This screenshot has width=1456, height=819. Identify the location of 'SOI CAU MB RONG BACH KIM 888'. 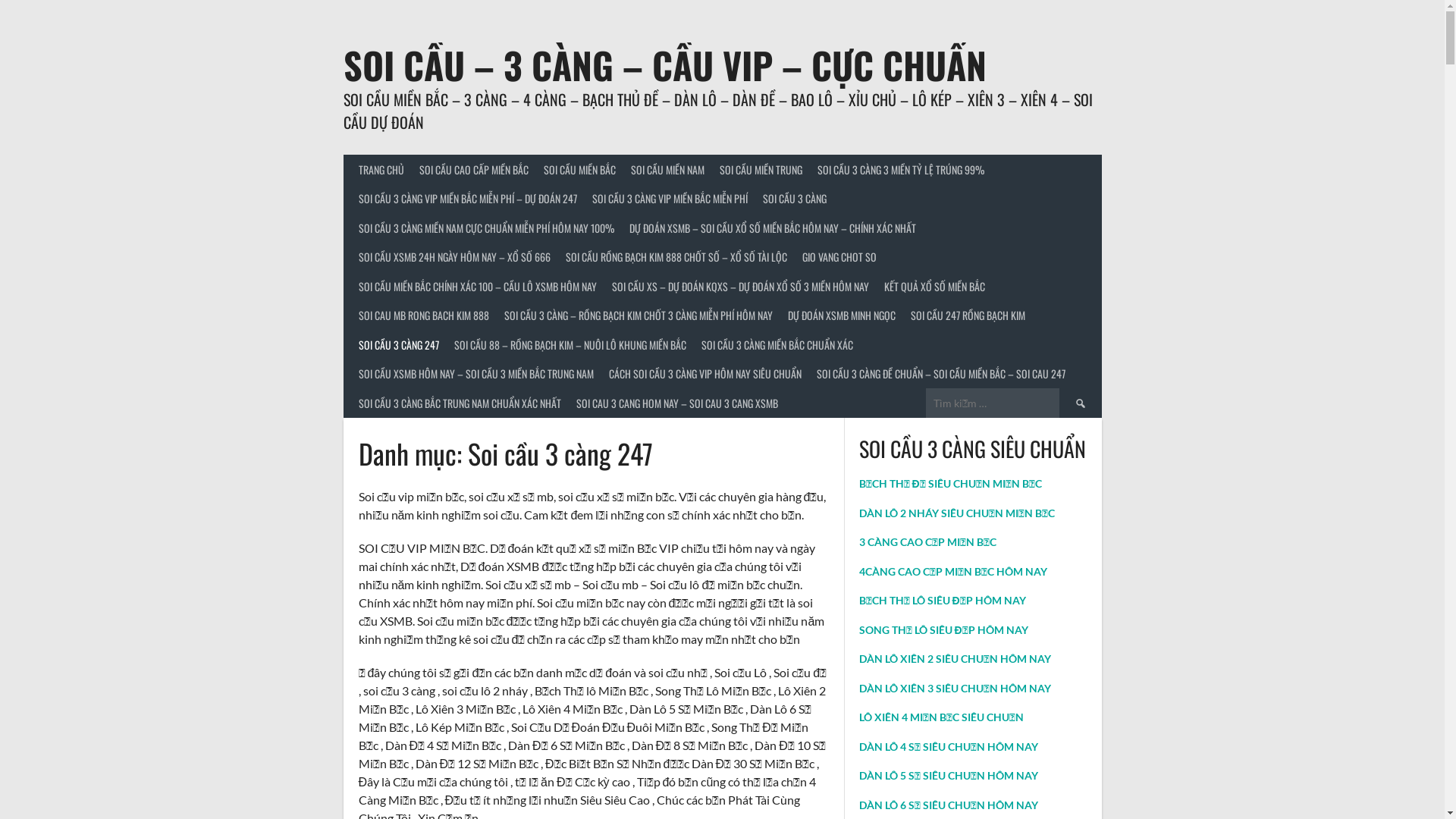
(349, 314).